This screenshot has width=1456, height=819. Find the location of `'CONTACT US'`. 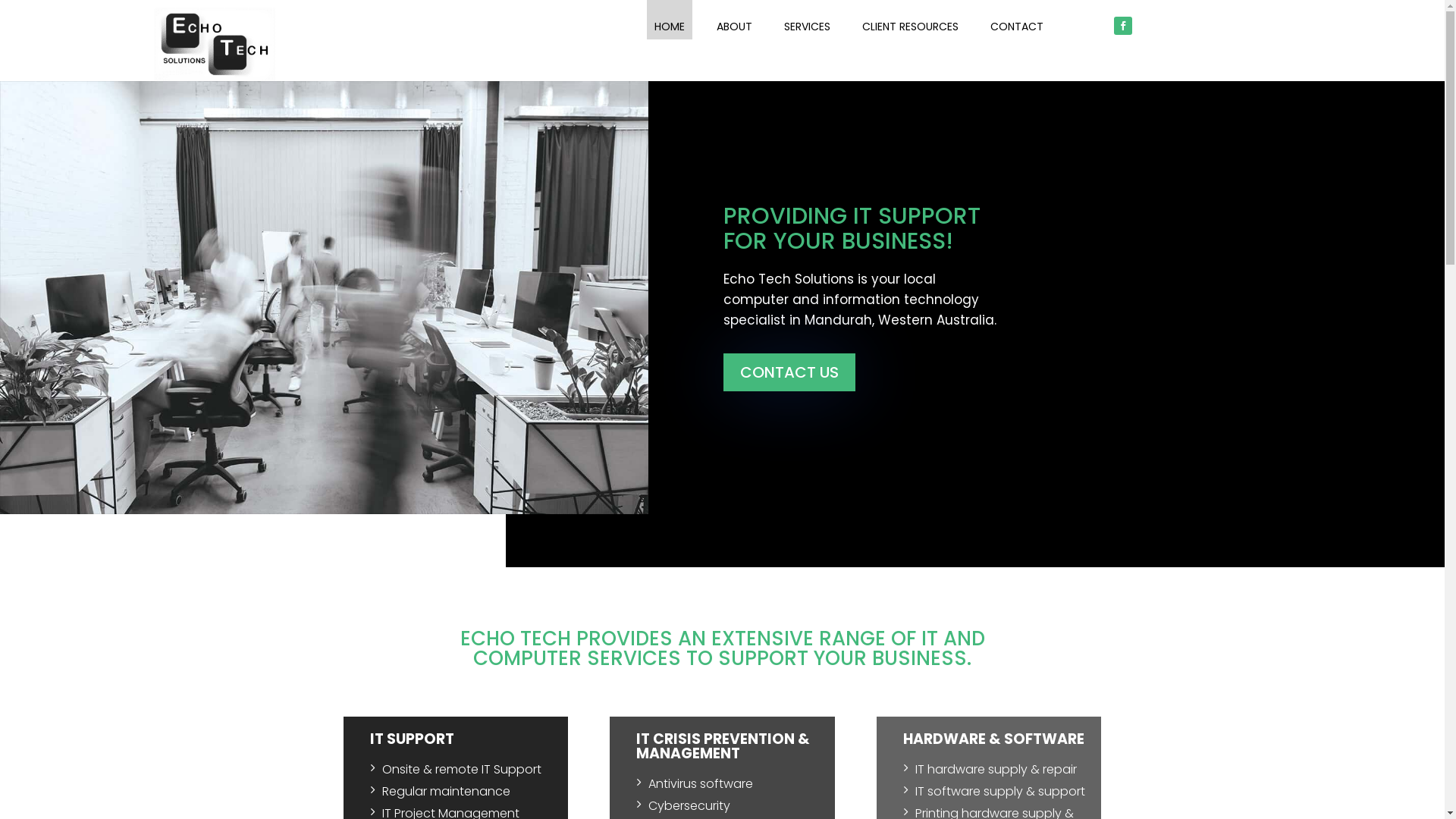

'CONTACT US' is located at coordinates (723, 372).